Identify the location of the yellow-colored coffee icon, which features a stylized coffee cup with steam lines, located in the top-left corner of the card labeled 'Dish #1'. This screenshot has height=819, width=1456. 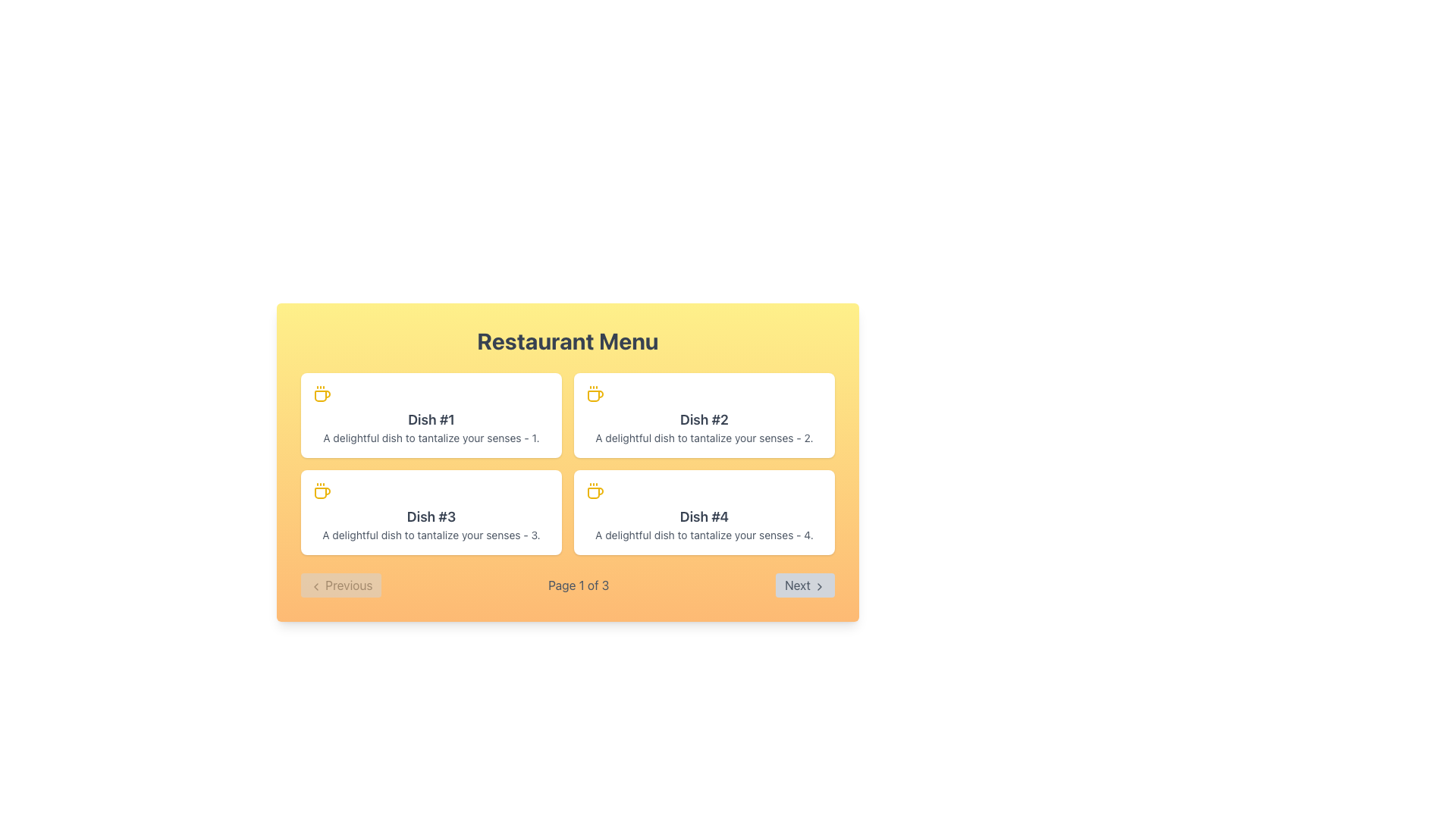
(322, 394).